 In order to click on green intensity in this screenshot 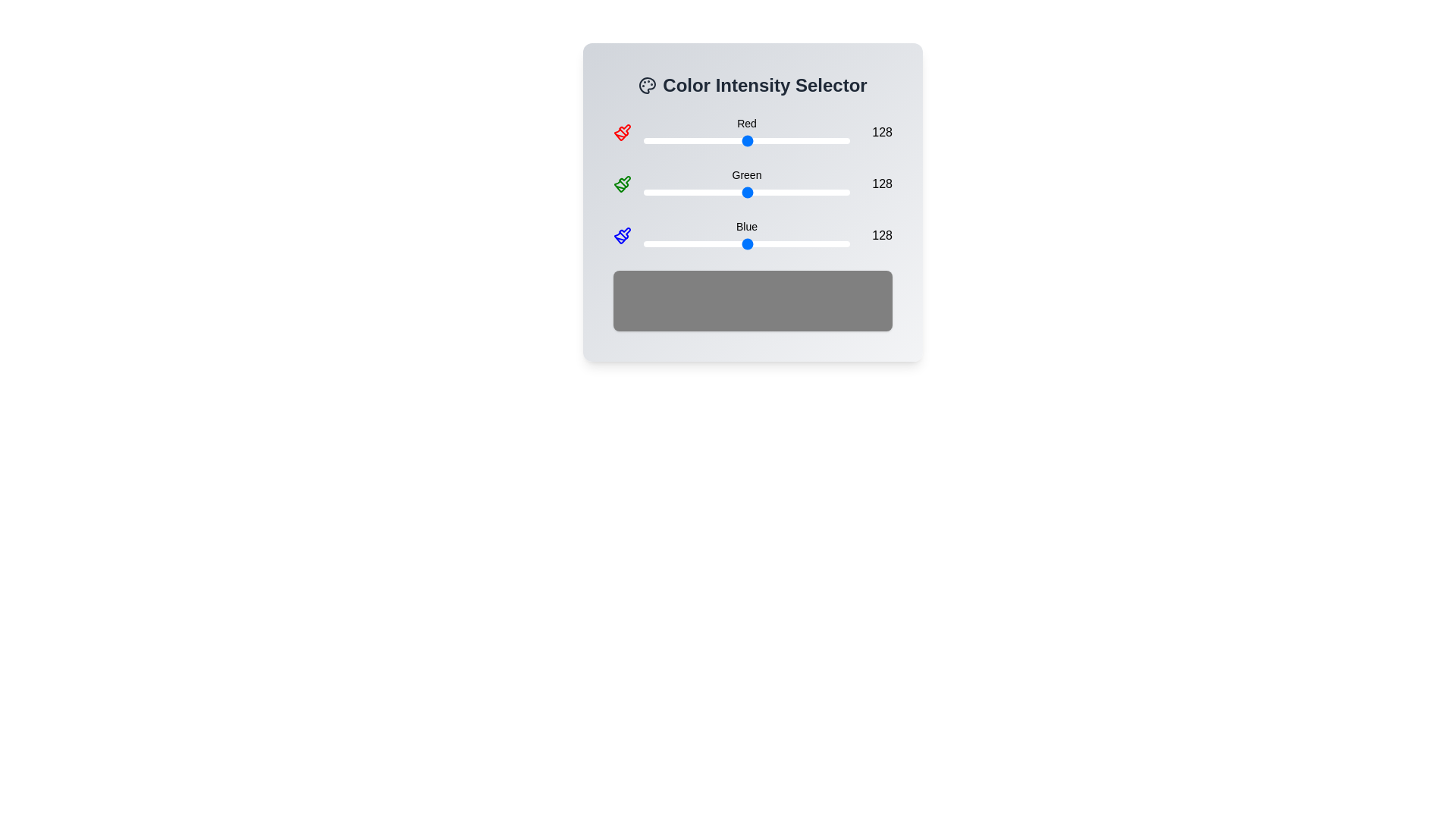, I will do `click(667, 192)`.